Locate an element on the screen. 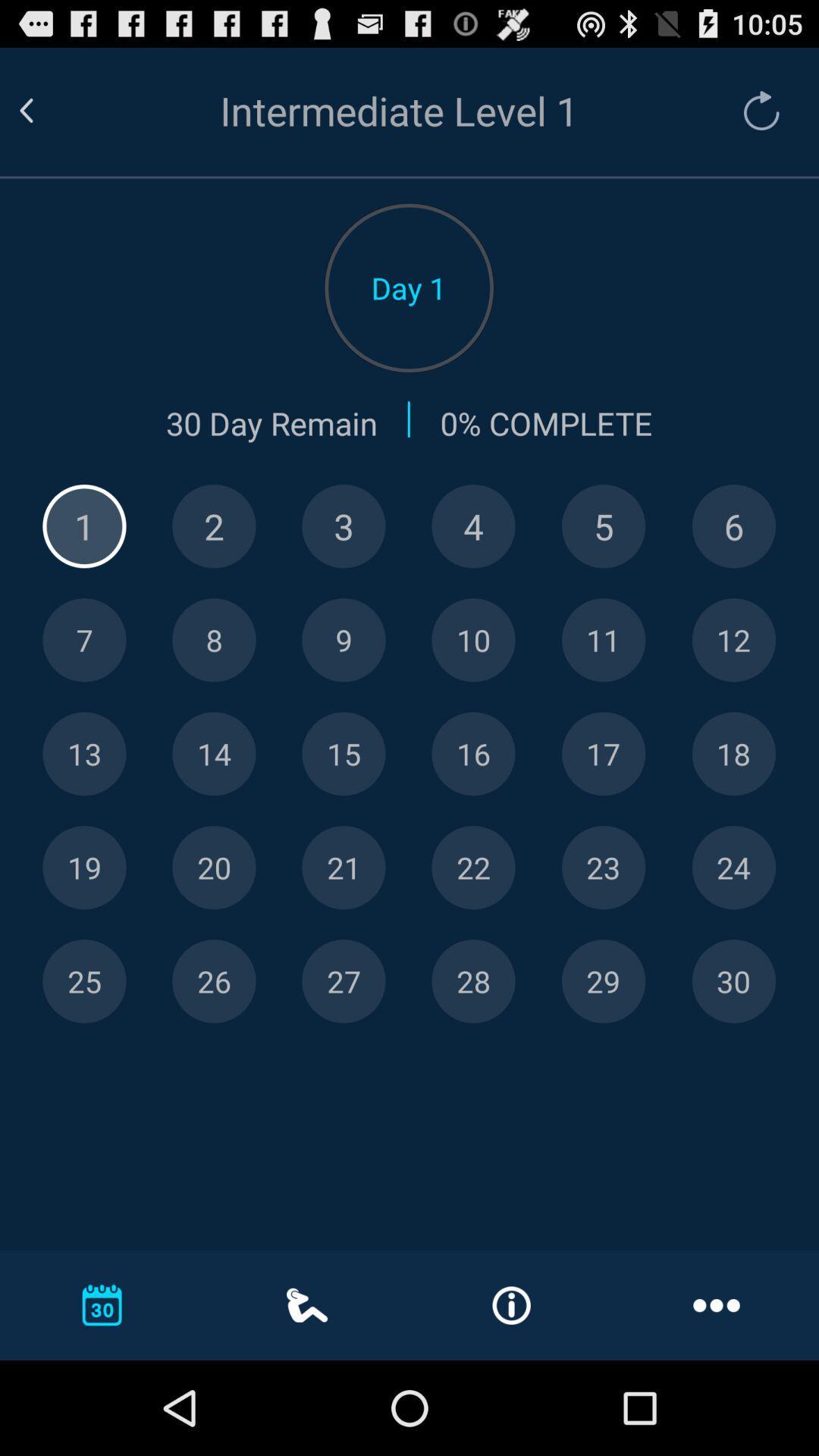  number twenty is located at coordinates (214, 868).